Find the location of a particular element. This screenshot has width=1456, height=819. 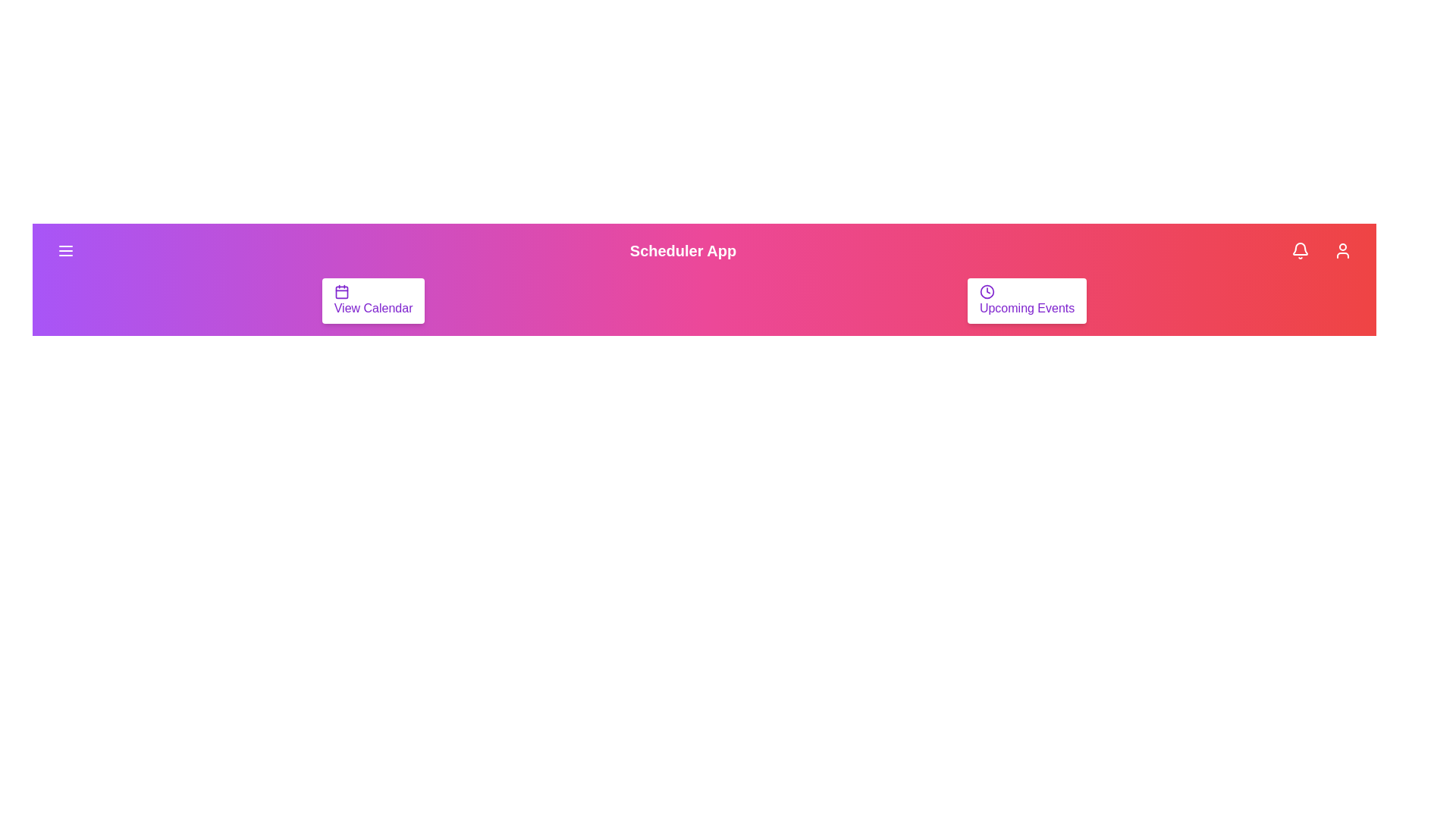

'Upcoming Events' button to view upcoming events is located at coordinates (1026, 301).